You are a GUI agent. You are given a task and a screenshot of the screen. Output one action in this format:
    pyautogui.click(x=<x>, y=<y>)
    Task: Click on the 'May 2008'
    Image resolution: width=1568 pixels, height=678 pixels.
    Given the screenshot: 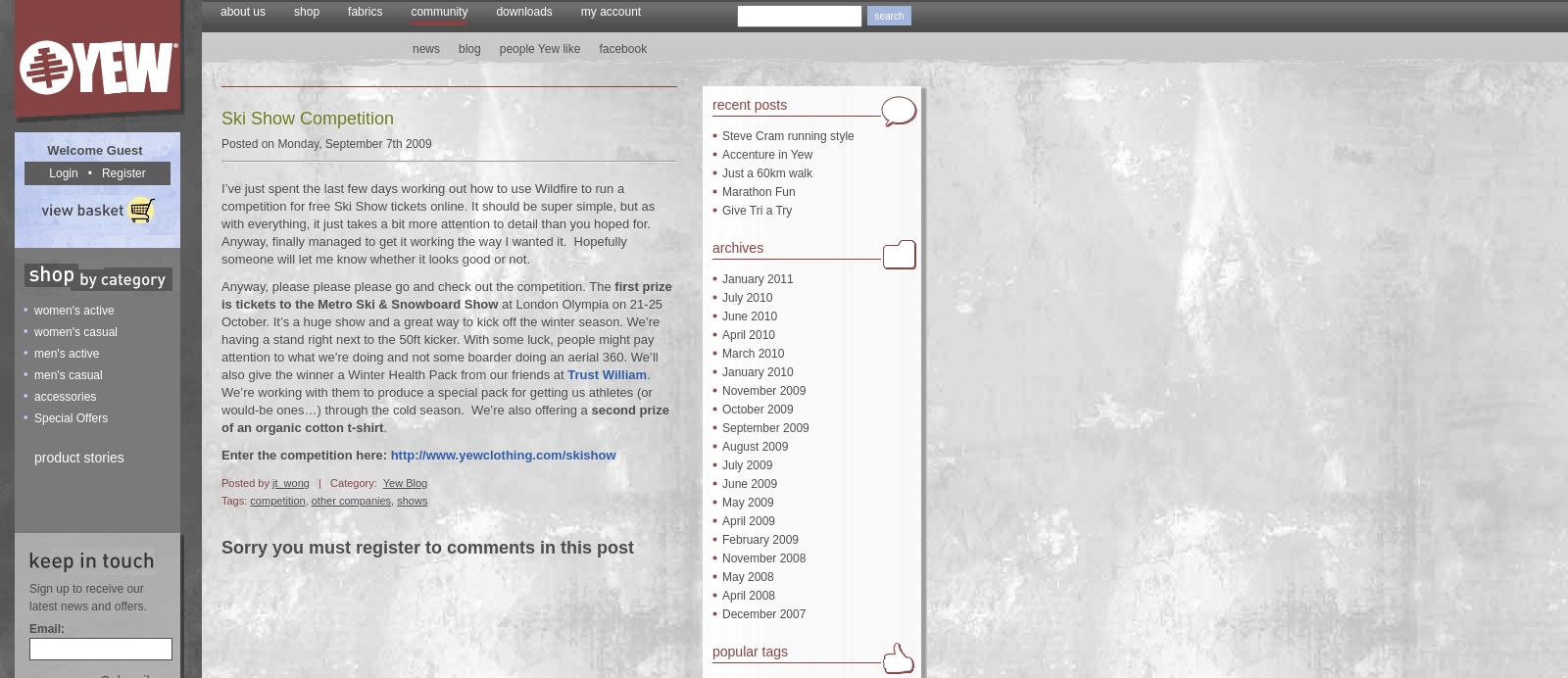 What is the action you would take?
    pyautogui.click(x=748, y=576)
    